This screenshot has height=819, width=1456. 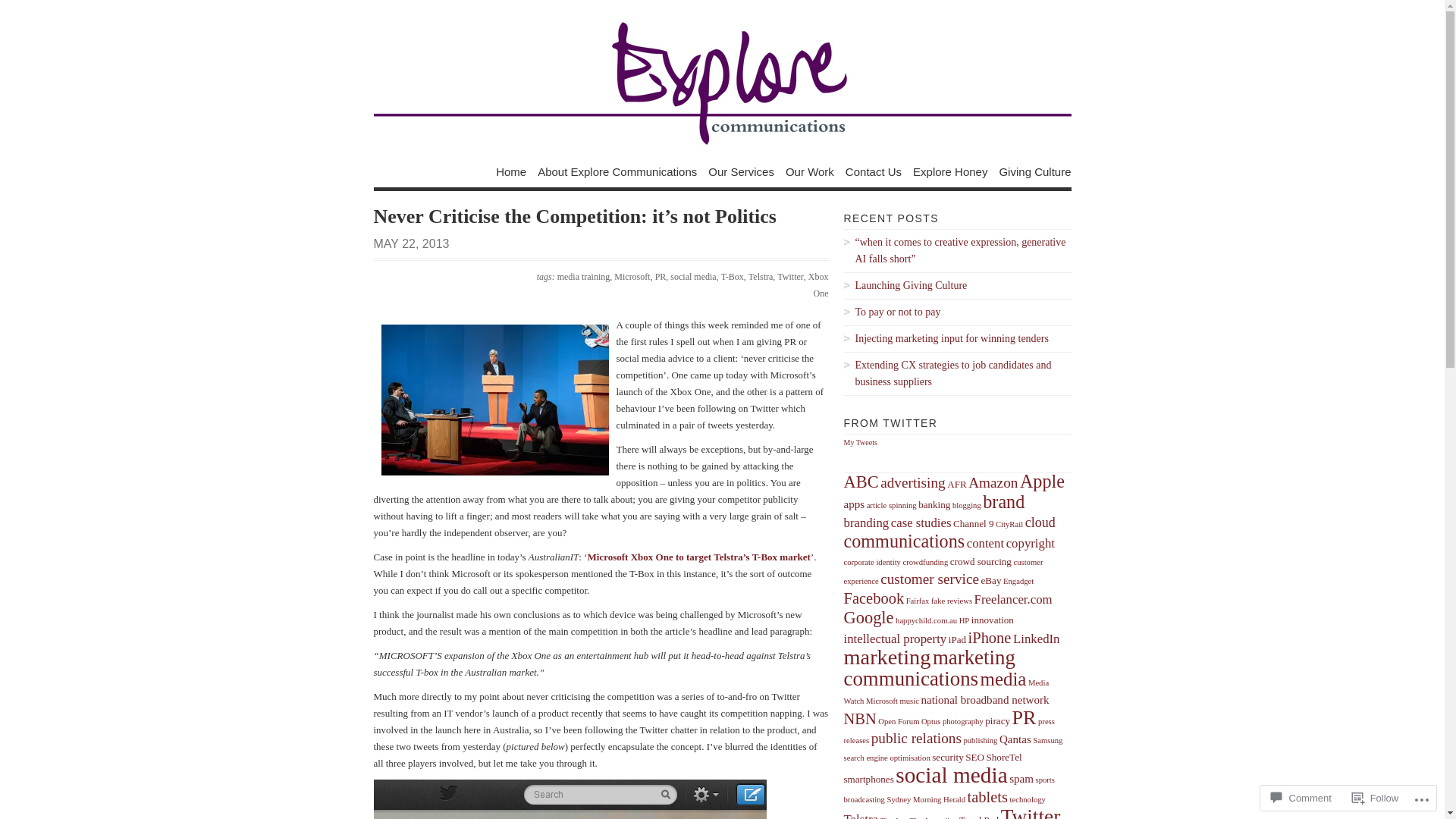 What do you see at coordinates (1003, 580) in the screenshot?
I see `'Engadget'` at bounding box center [1003, 580].